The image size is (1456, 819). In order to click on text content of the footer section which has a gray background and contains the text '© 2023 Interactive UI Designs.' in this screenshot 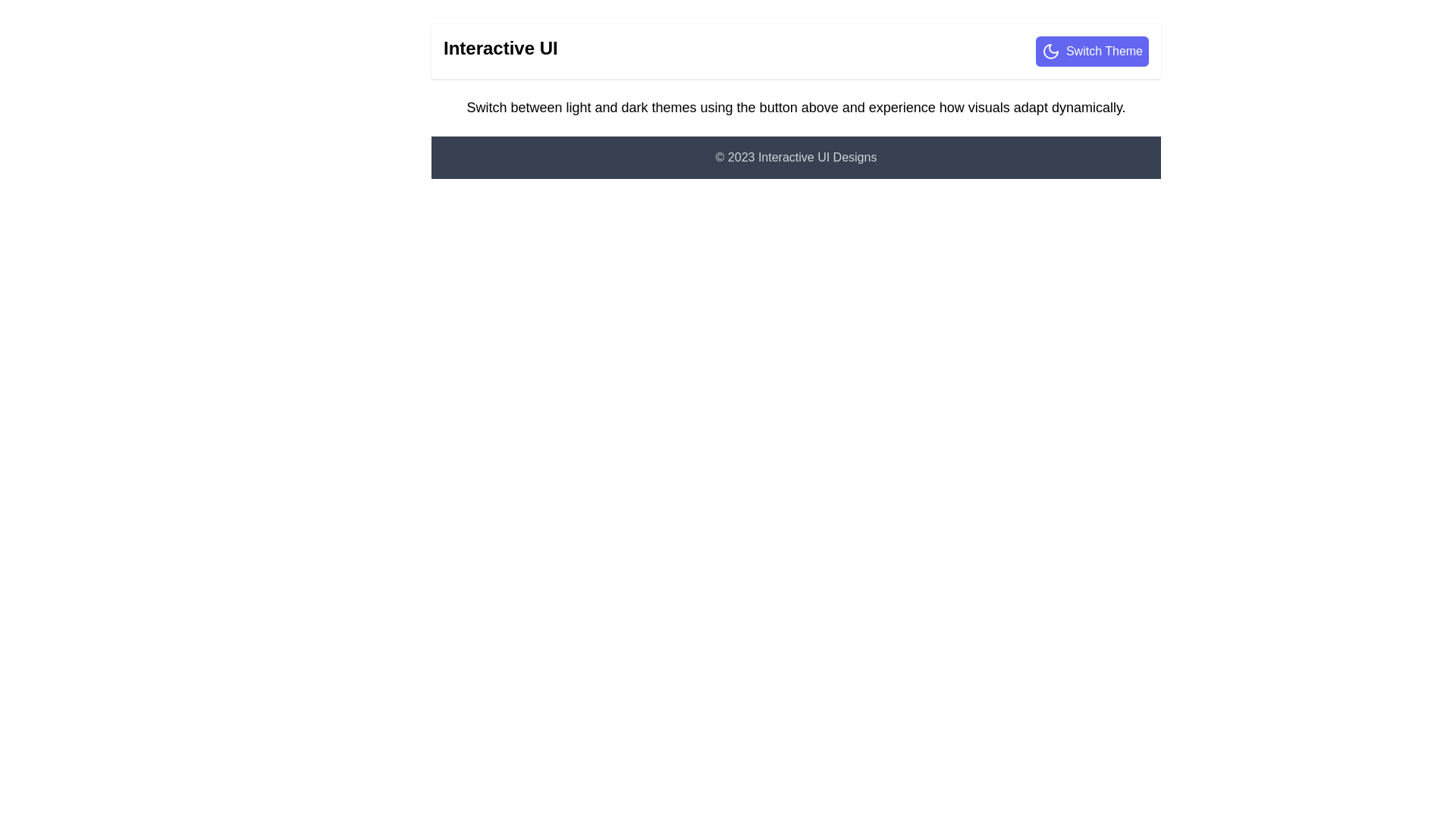, I will do `click(795, 158)`.